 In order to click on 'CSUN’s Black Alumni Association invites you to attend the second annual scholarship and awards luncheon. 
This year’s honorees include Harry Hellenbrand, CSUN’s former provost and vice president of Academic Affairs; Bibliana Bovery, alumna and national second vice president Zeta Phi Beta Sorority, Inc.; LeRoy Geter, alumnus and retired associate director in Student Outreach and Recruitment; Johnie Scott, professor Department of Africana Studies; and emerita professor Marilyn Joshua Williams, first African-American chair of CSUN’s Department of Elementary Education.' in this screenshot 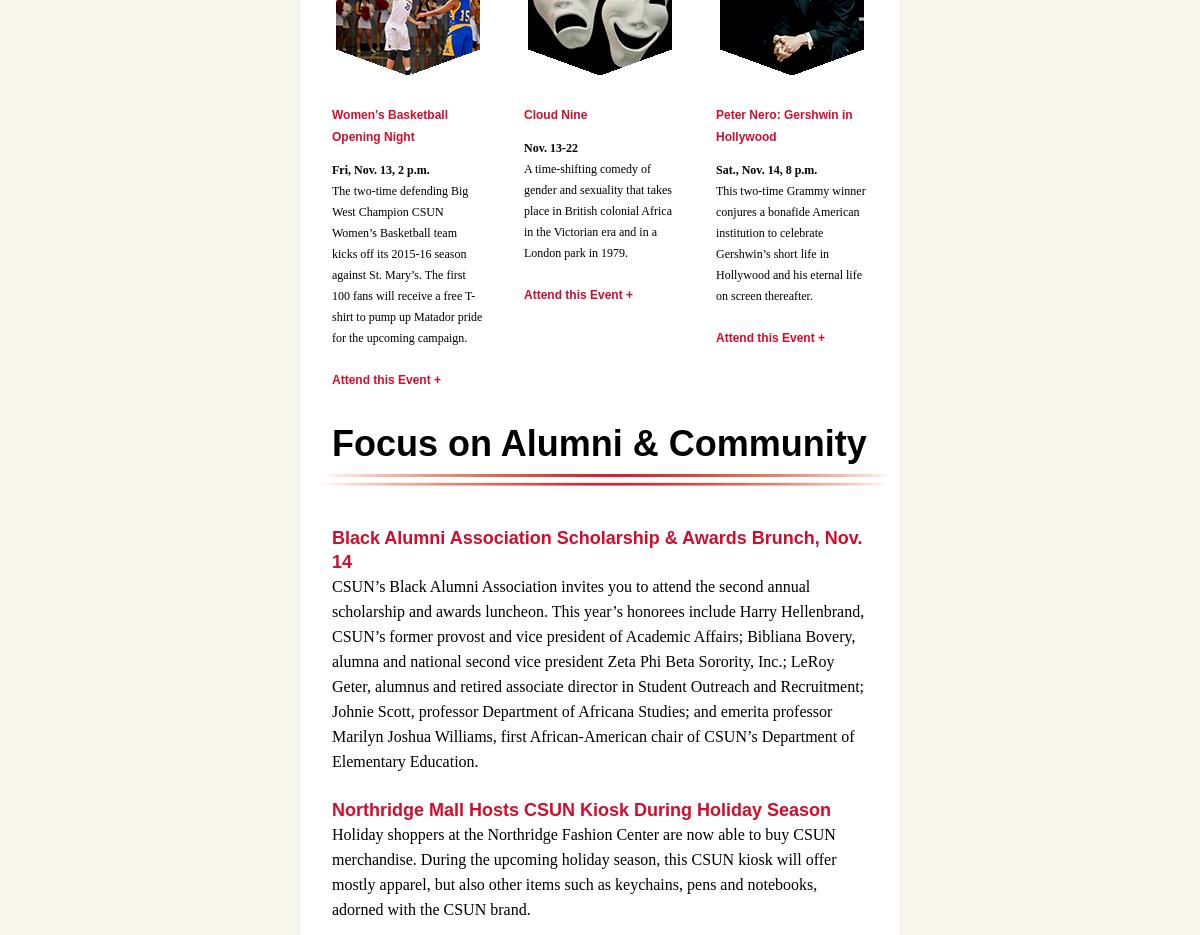, I will do `click(596, 674)`.